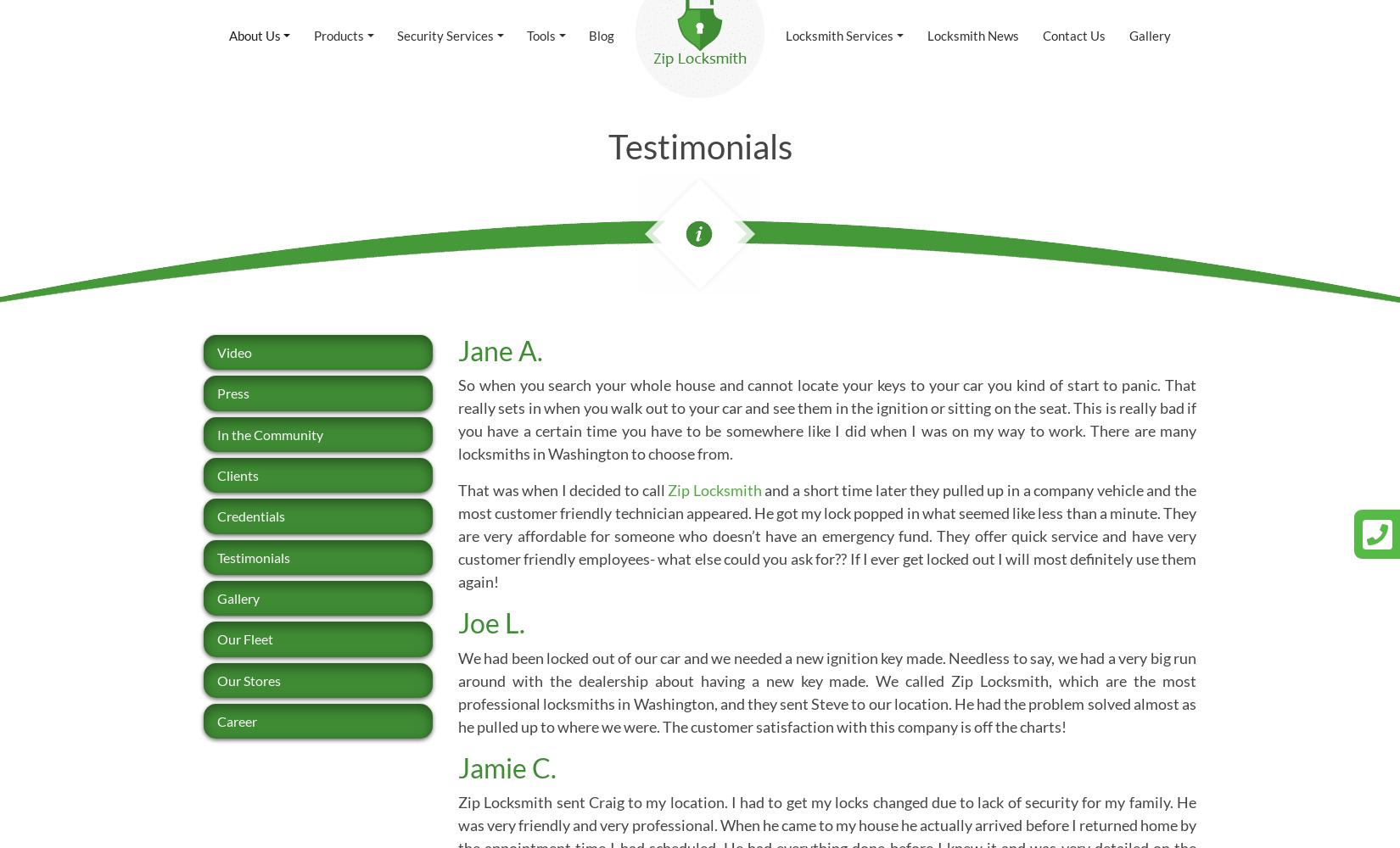 Image resolution: width=1400 pixels, height=848 pixels. Describe the element at coordinates (839, 35) in the screenshot. I see `'Locksmith Services'` at that location.